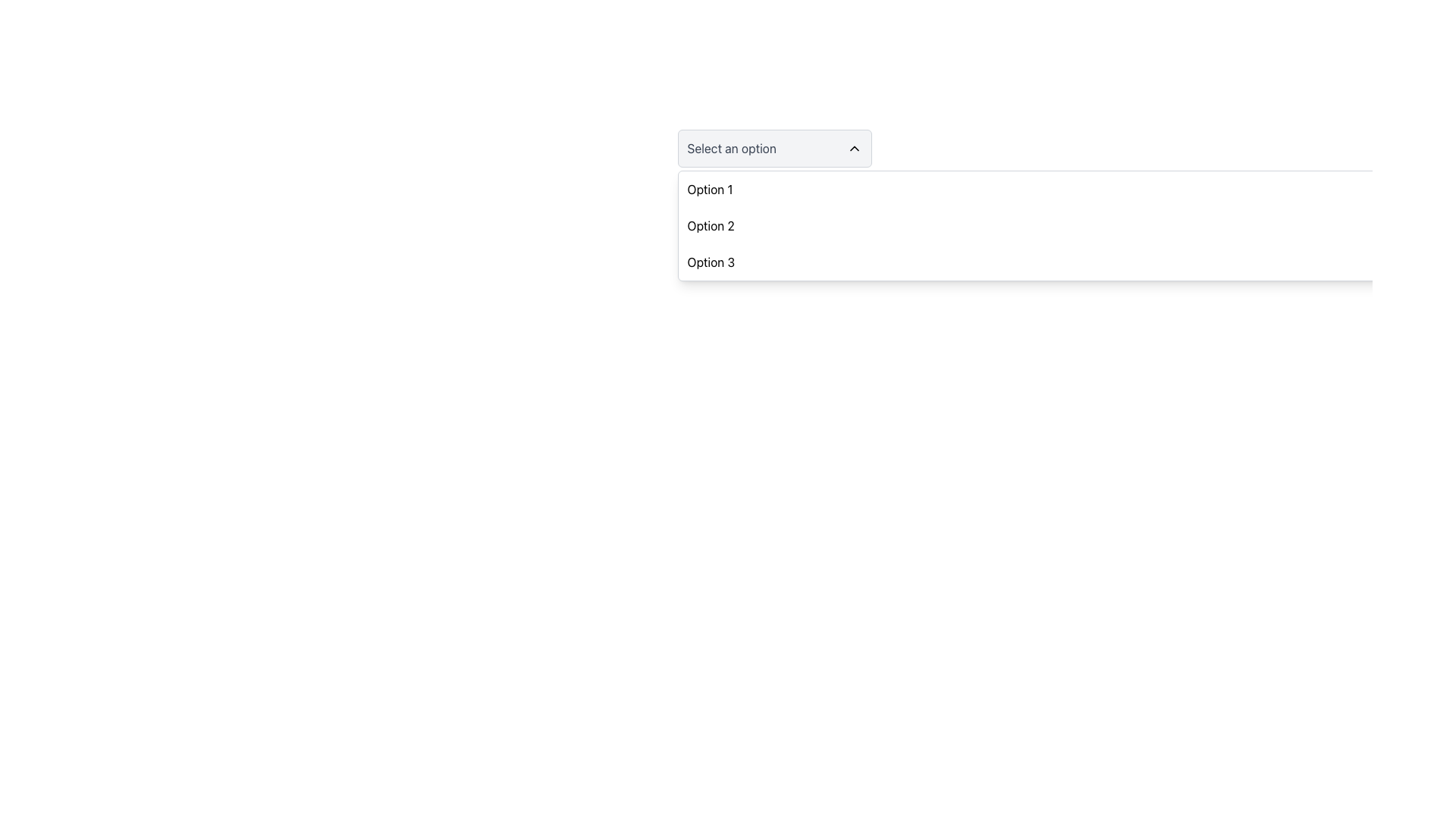 This screenshot has width=1456, height=819. What do you see at coordinates (709, 189) in the screenshot?
I see `the first selectable item in the dropdown menu` at bounding box center [709, 189].